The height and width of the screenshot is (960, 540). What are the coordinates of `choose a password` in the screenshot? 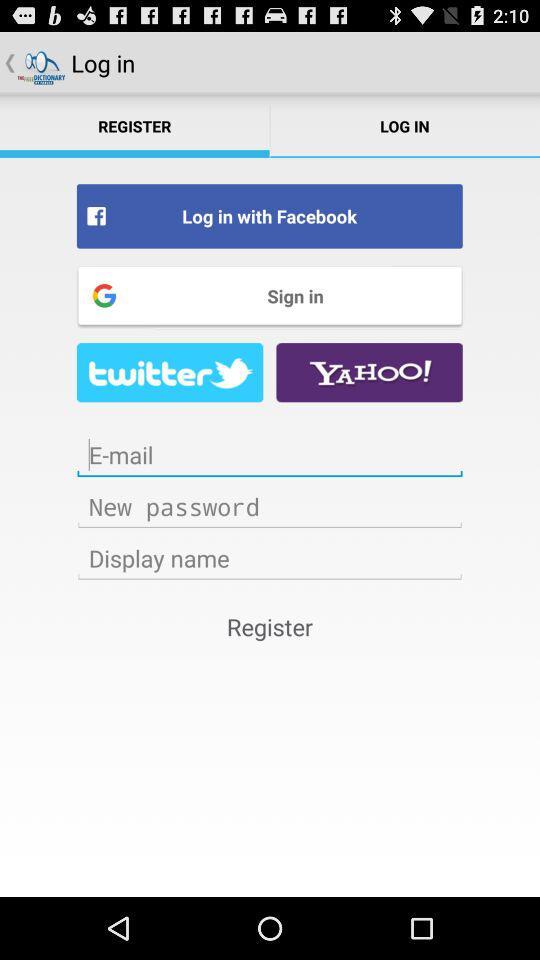 It's located at (270, 505).